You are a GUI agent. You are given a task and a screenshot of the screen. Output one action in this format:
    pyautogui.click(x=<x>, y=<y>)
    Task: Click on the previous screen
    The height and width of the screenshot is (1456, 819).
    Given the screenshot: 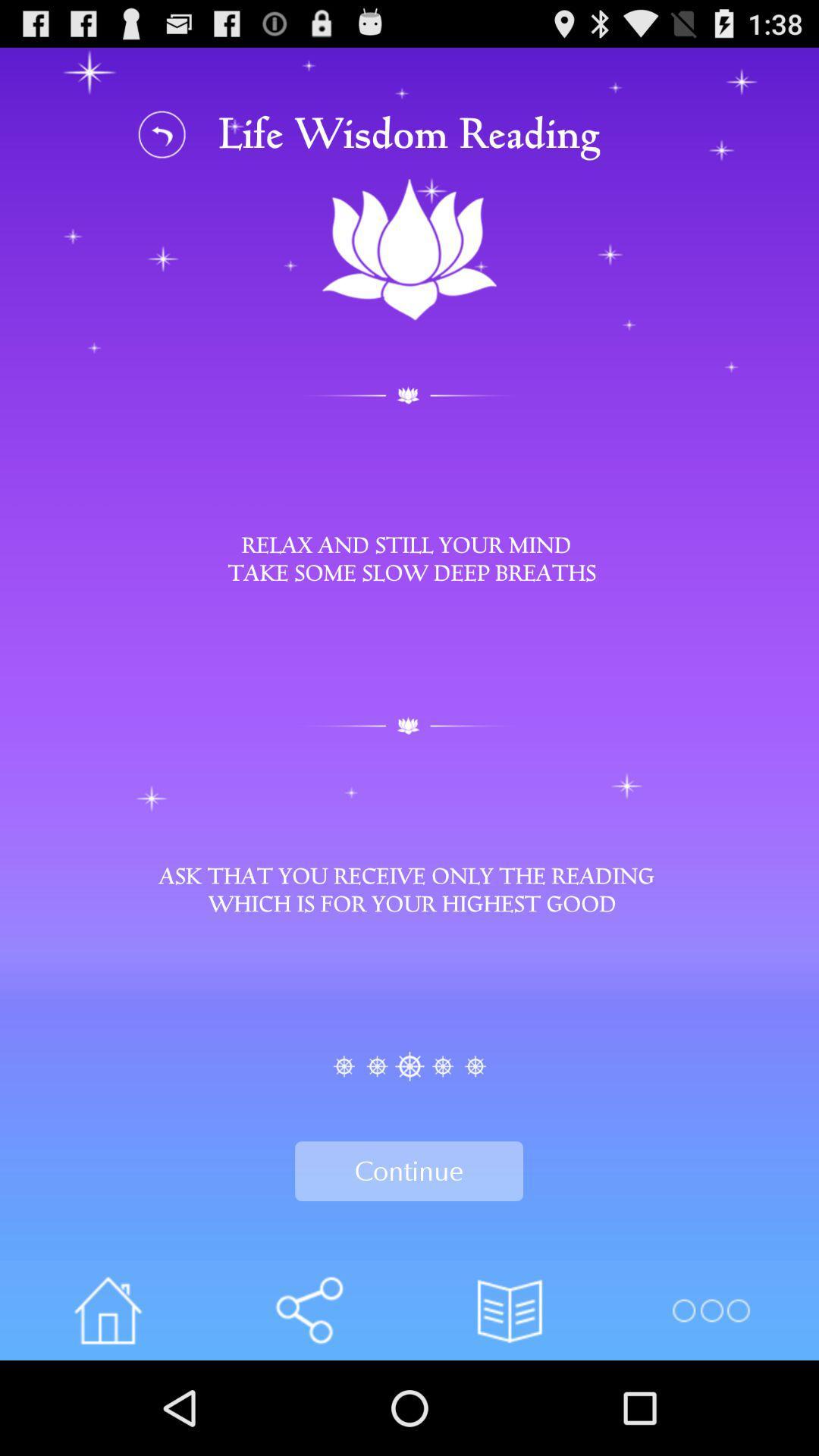 What is the action you would take?
    pyautogui.click(x=162, y=134)
    